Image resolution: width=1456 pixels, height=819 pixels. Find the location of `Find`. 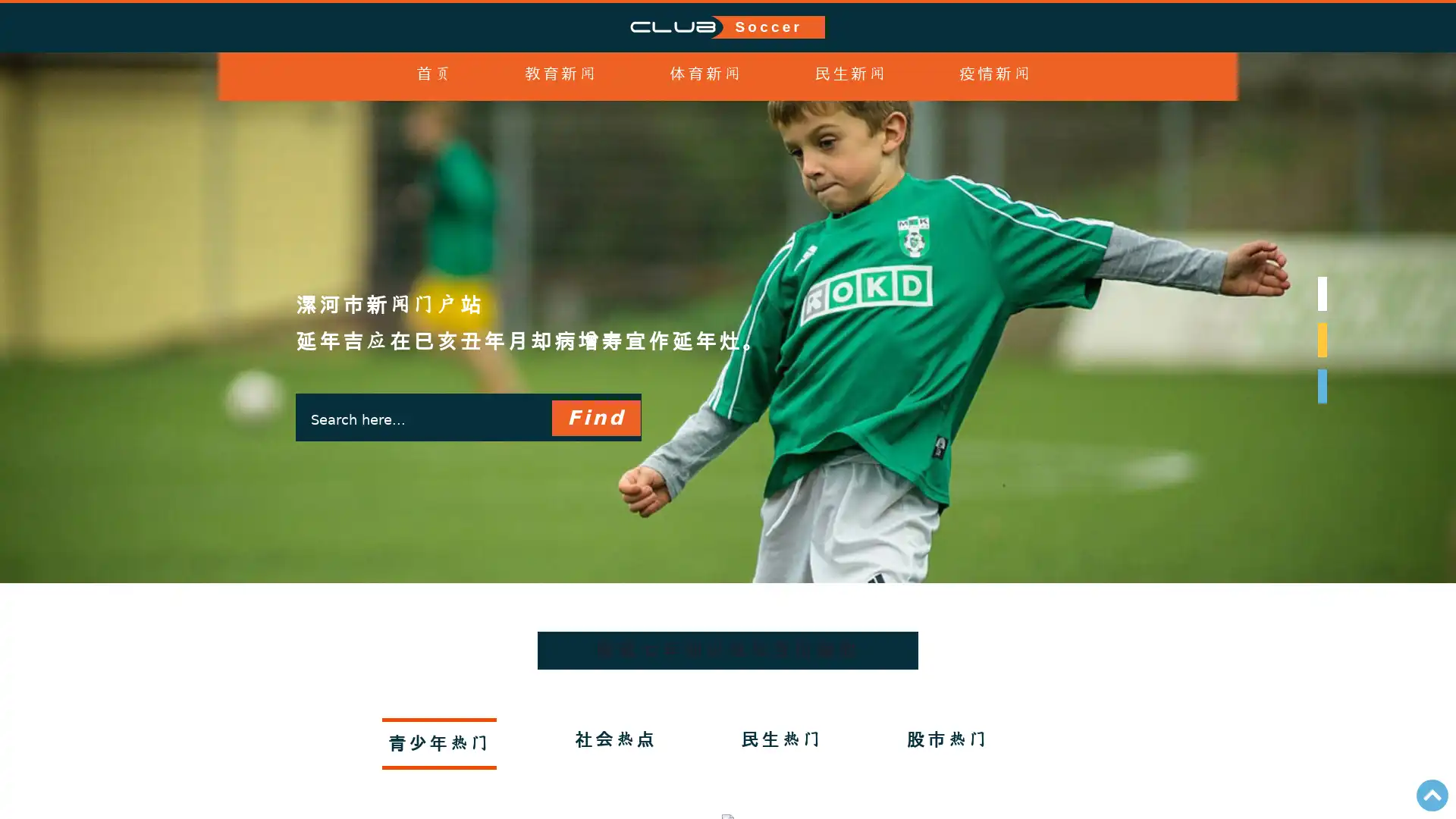

Find is located at coordinates (595, 446).